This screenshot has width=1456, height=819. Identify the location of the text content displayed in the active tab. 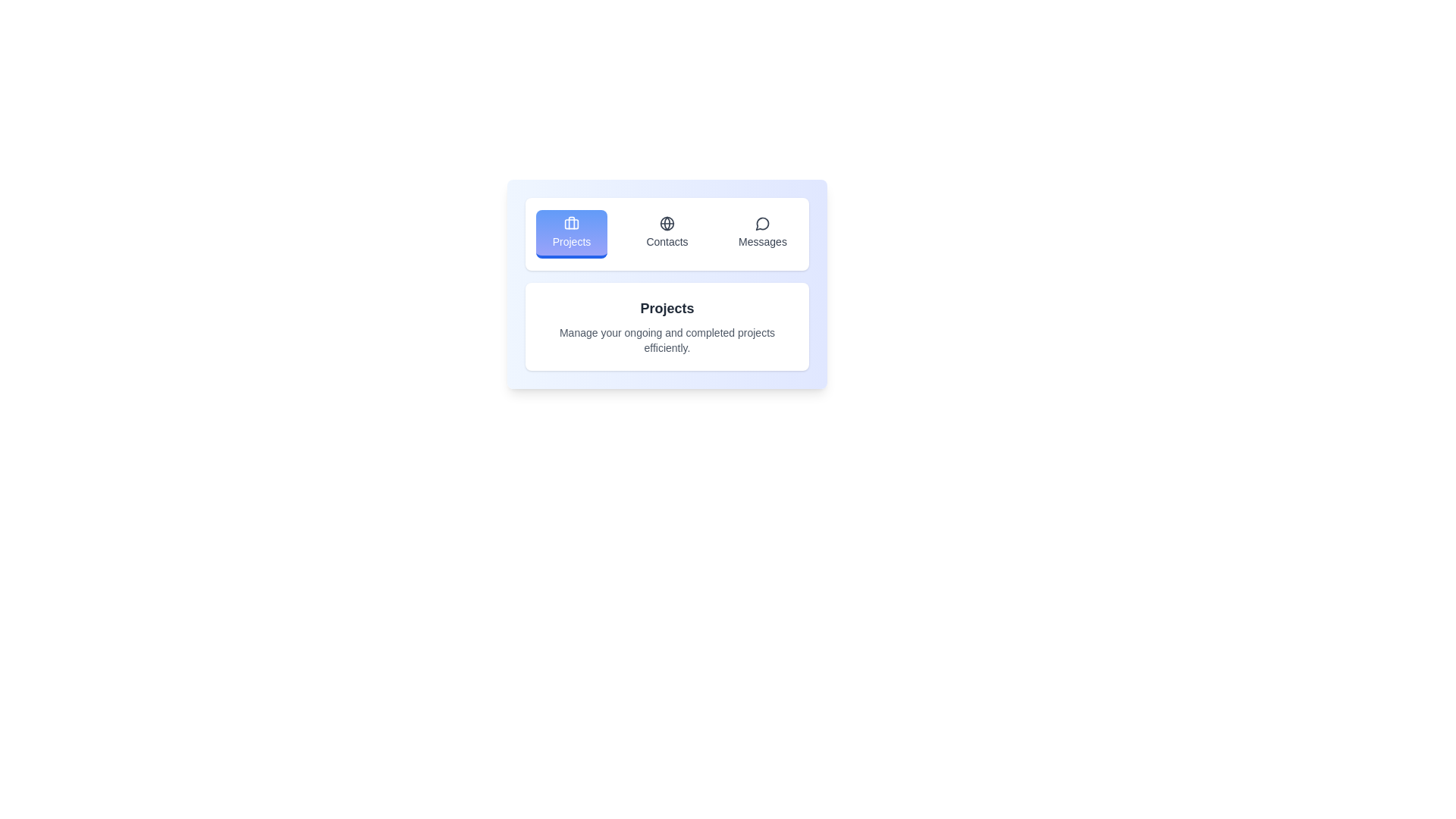
(667, 326).